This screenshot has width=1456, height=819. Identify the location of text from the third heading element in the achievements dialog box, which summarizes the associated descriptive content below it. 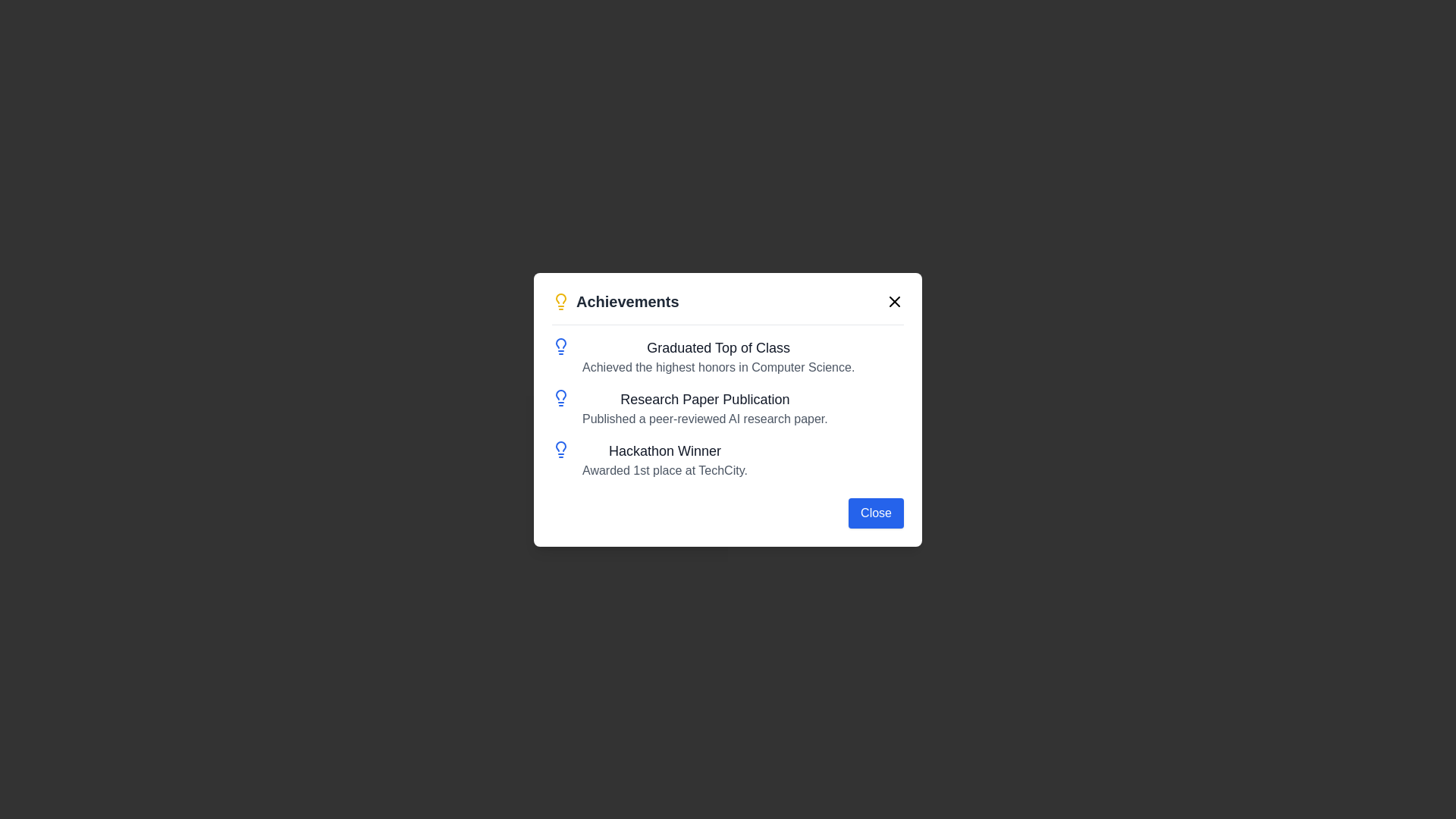
(664, 450).